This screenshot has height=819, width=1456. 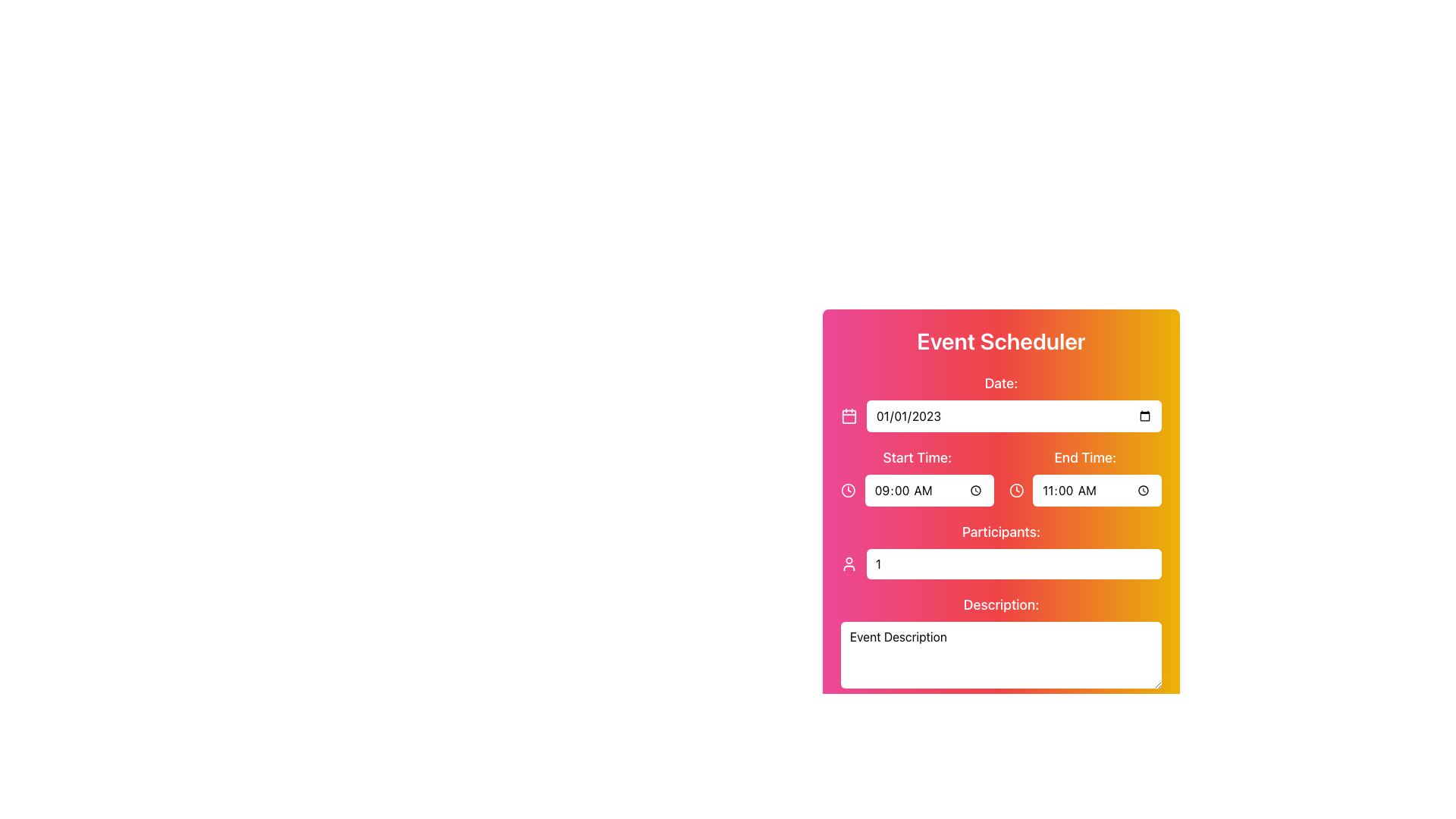 What do you see at coordinates (1001, 643) in the screenshot?
I see `the labeled input textarea for event description, which is the fifth section in a vertically stacked list of form fields, positioned below the 'Participants:' input field and above the 'Confirm' button` at bounding box center [1001, 643].